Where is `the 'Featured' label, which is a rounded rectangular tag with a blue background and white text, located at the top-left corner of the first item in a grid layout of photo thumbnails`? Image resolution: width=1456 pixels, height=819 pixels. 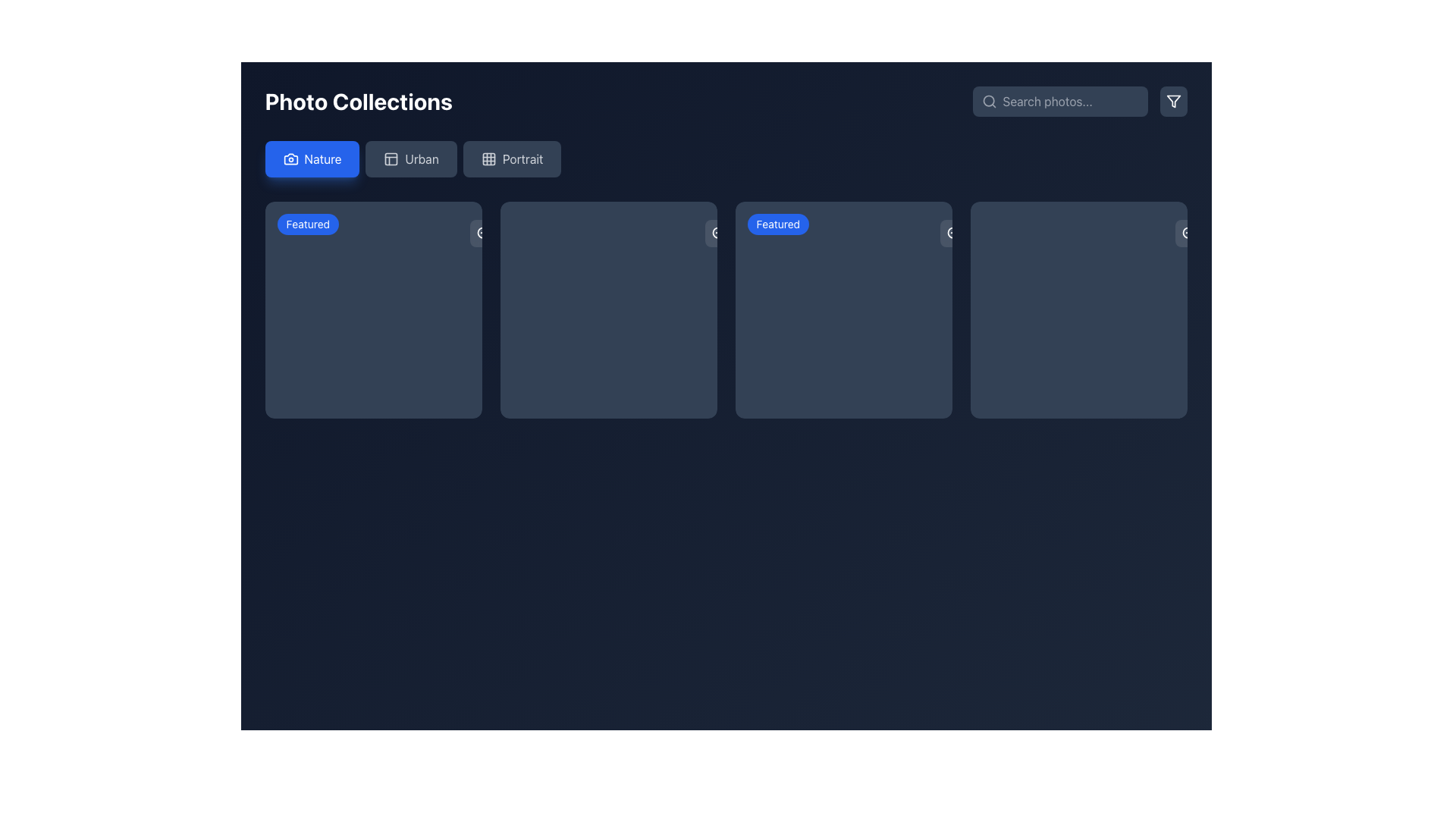 the 'Featured' label, which is a rounded rectangular tag with a blue background and white text, located at the top-left corner of the first item in a grid layout of photo thumbnails is located at coordinates (307, 224).